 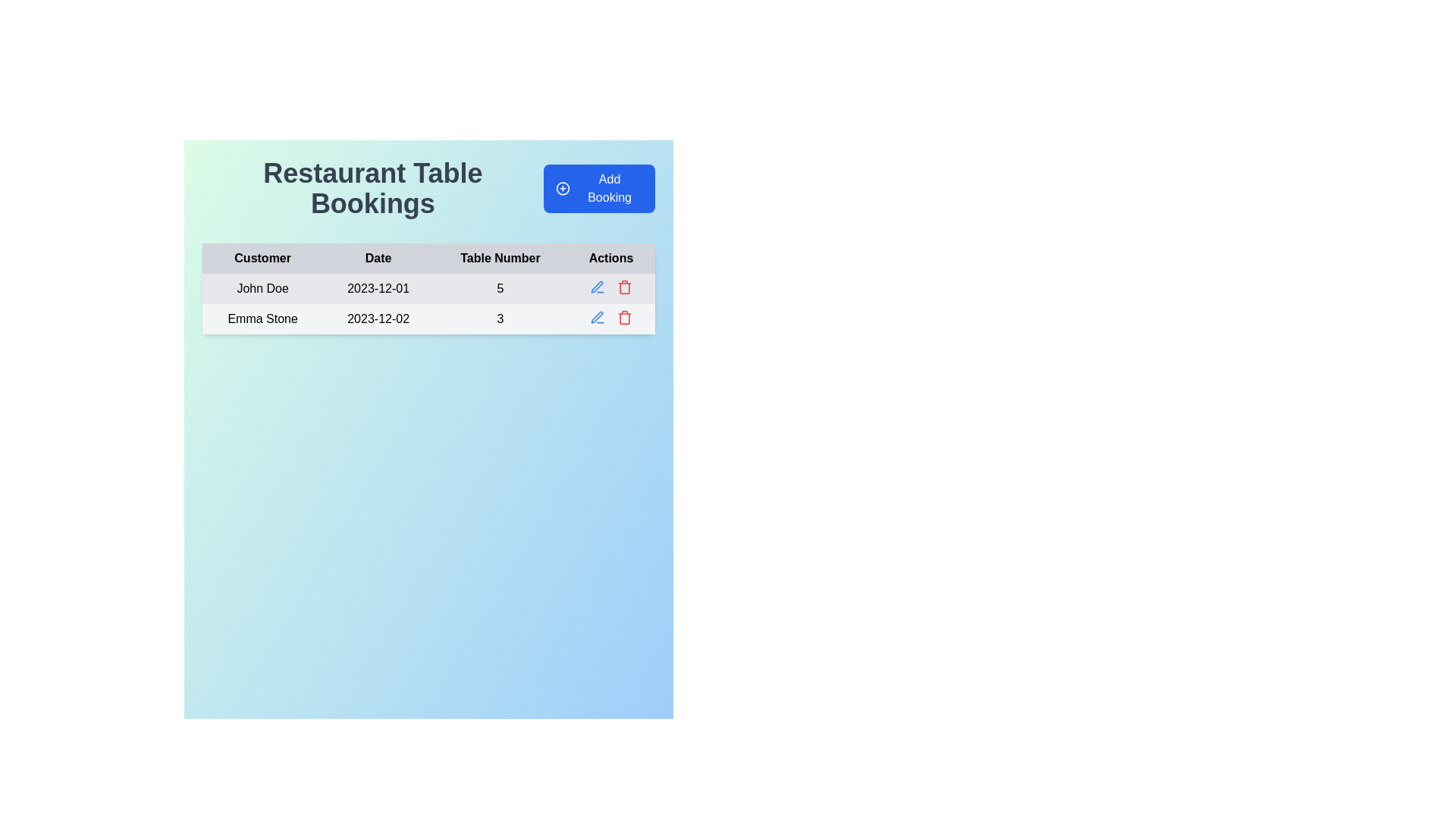 What do you see at coordinates (500, 257) in the screenshot?
I see `the text header element labeled 'Table Number', which is centrally aligned in the third column of the table header, positioned between 'Date' and 'Actions'` at bounding box center [500, 257].